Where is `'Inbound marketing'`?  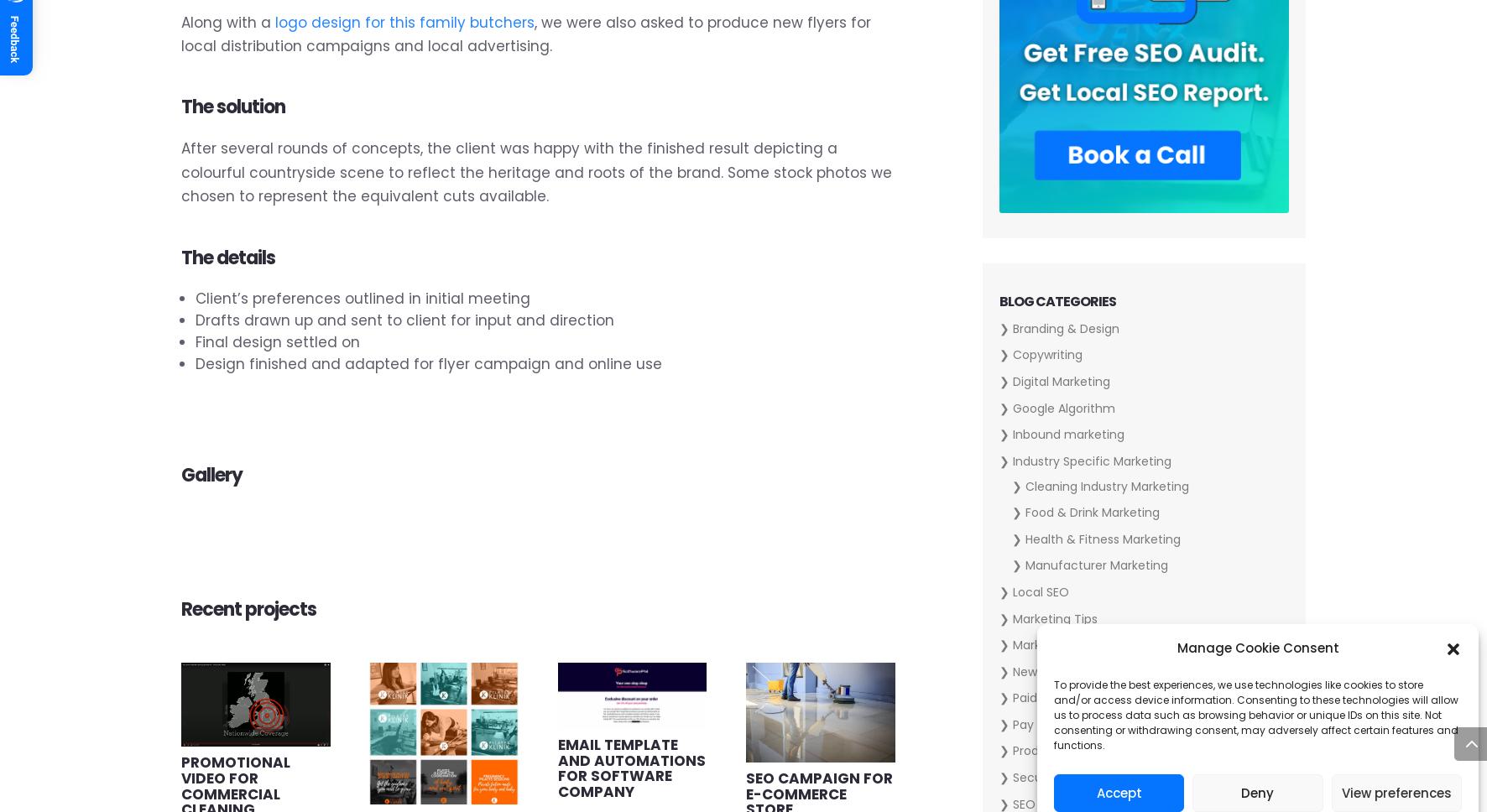 'Inbound marketing' is located at coordinates (1067, 434).